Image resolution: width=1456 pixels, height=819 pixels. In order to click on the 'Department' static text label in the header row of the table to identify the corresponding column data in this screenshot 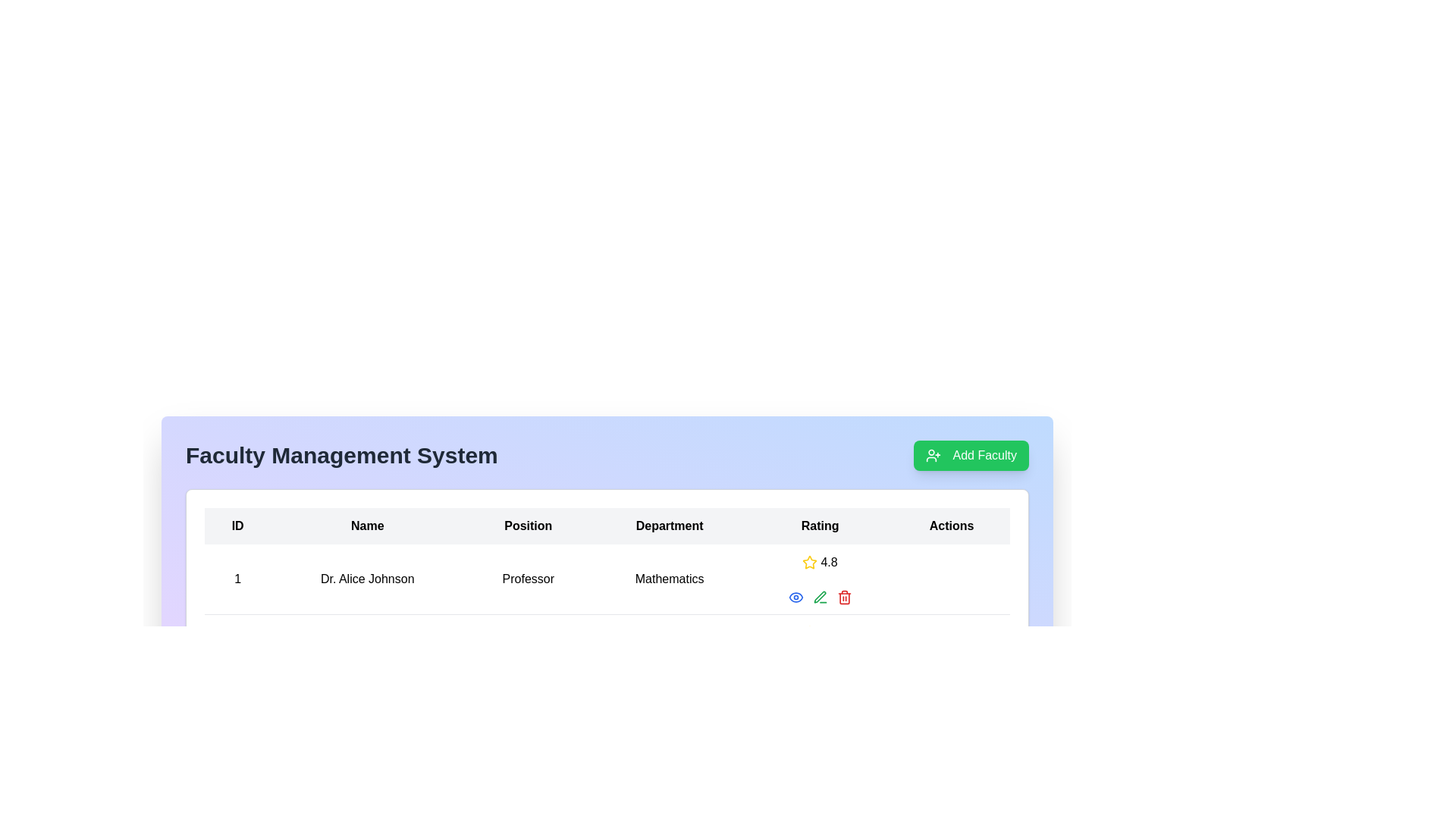, I will do `click(669, 526)`.